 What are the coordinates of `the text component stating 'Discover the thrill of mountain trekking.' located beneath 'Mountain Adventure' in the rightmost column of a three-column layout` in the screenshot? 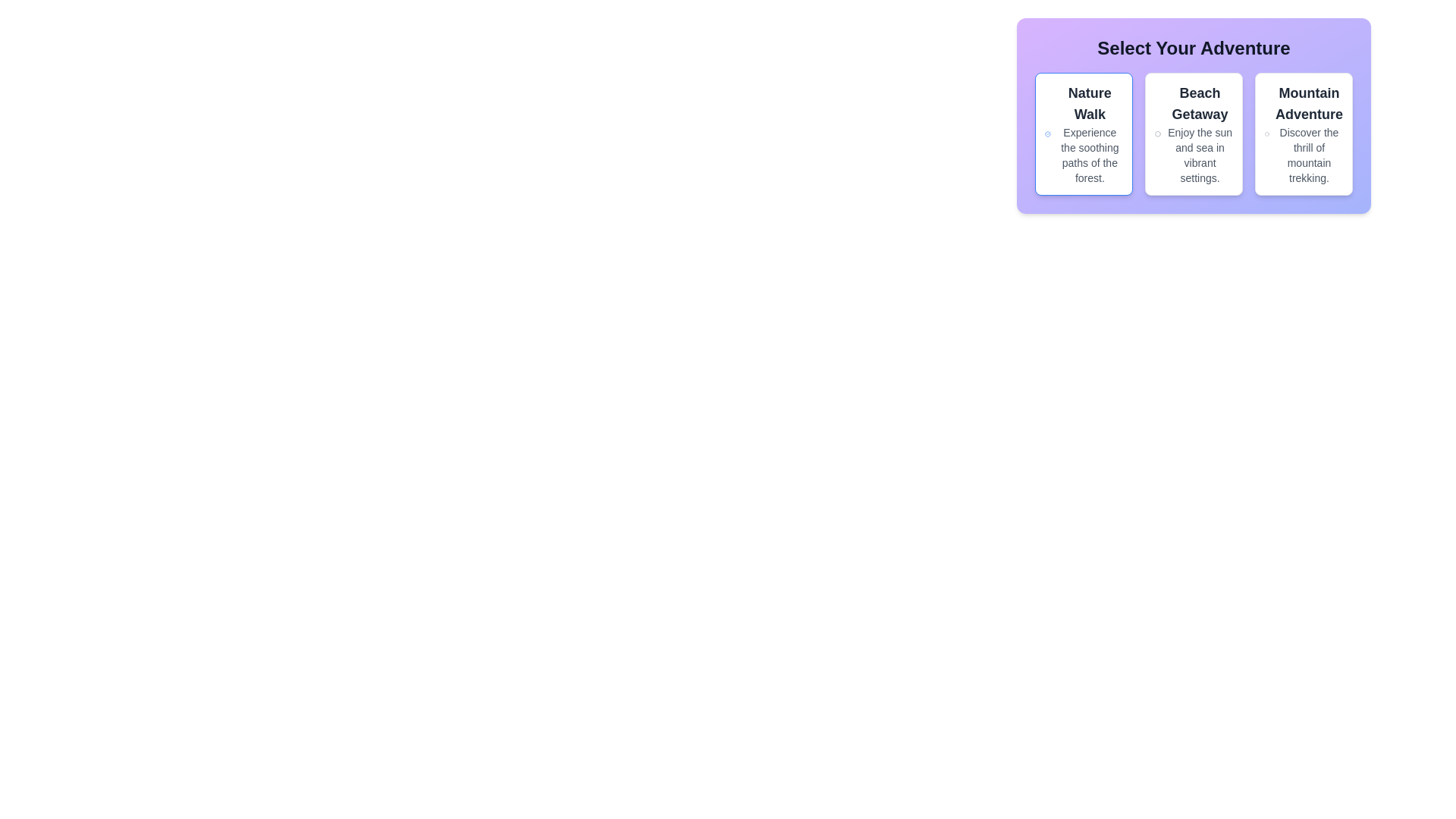 It's located at (1308, 155).